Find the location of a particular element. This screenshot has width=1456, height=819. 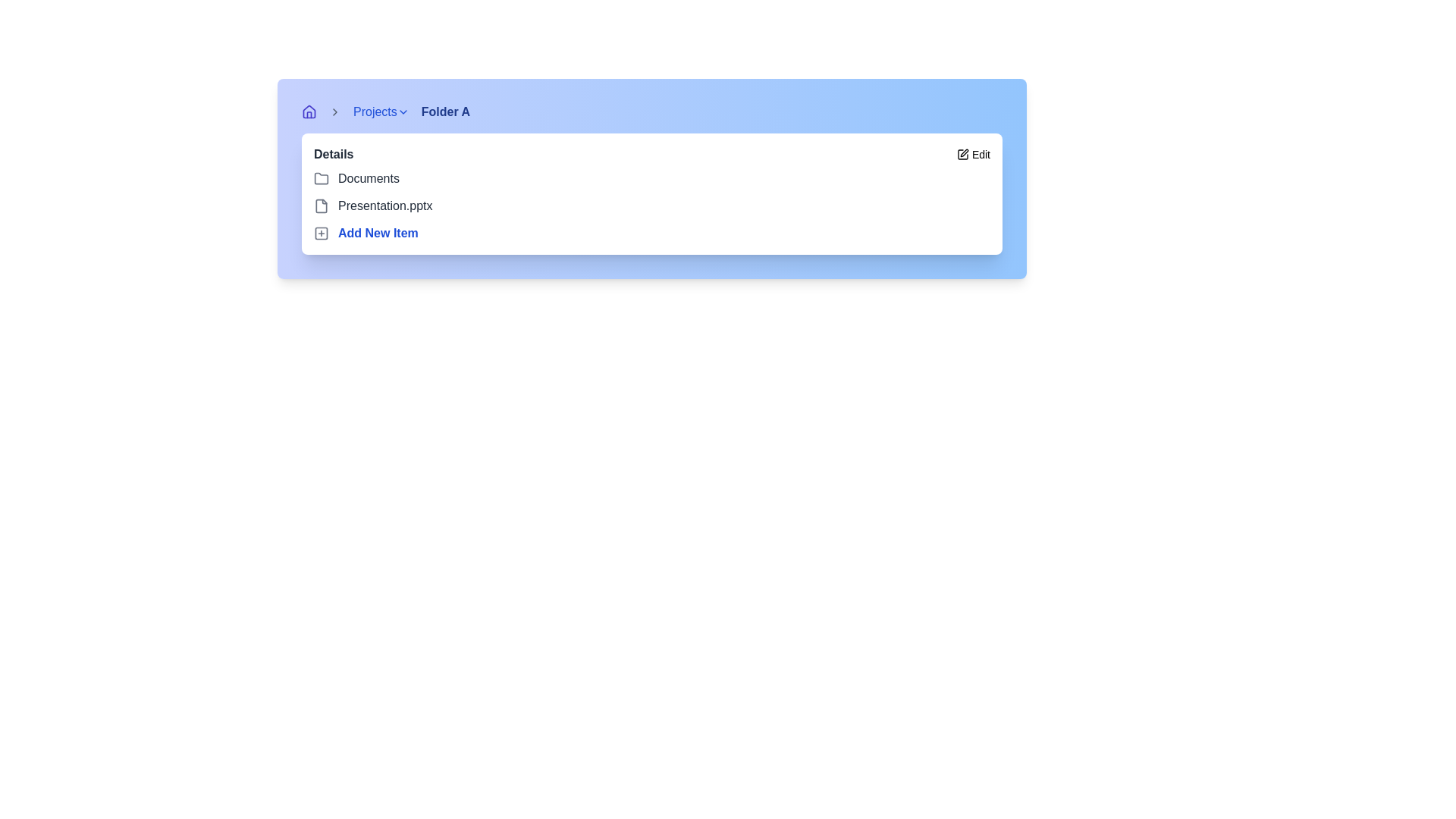

the folder icon located in the upper-left area of the white pane, next to the 'Documents' label is located at coordinates (320, 177).